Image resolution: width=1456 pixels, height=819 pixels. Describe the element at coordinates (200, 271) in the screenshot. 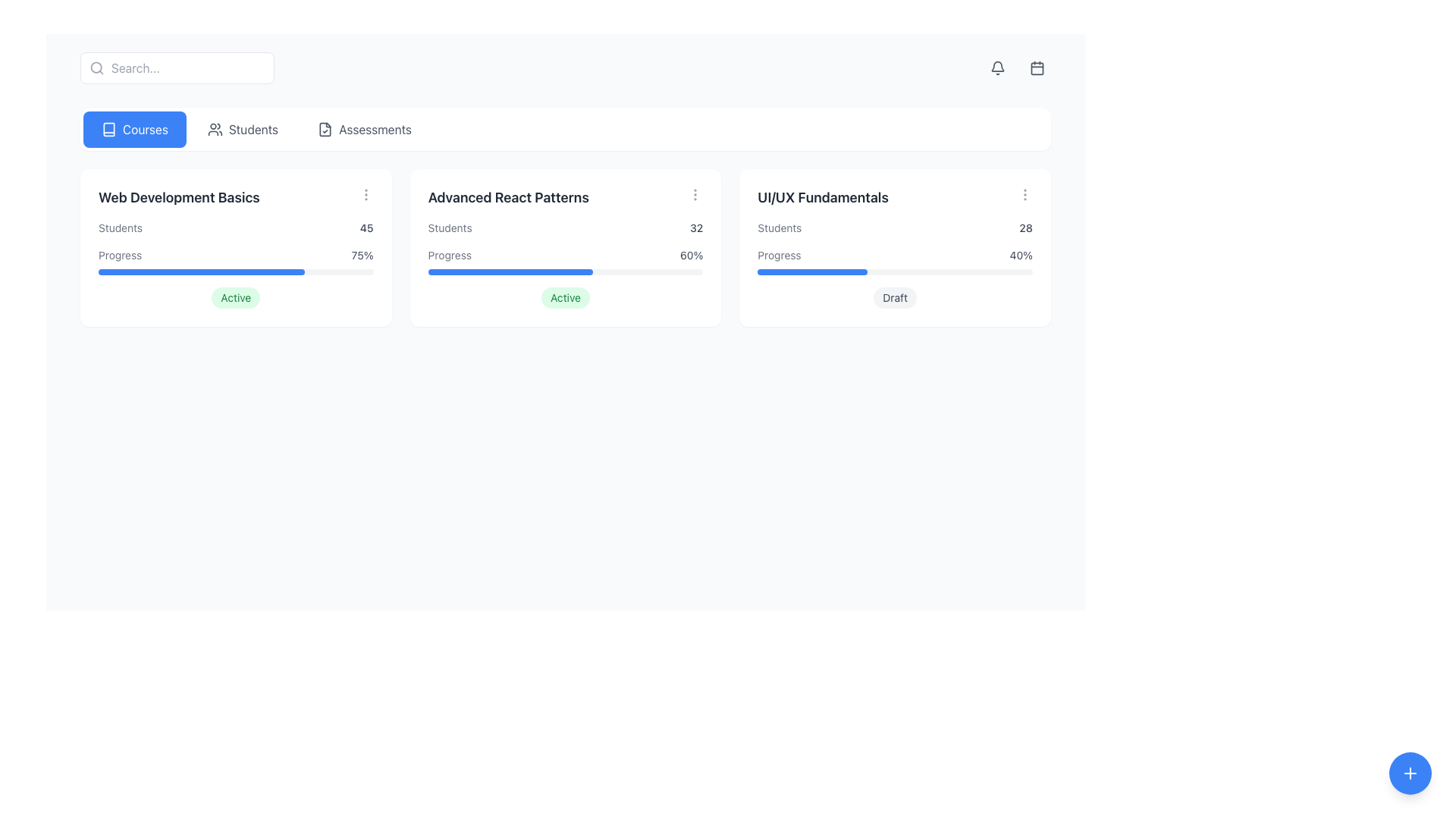

I see `the progress indicator bar that visually represents the 75% completion of the 'Web Development Basics' course, located beneath the 'Progress' label and above the 'Active' status badge` at that location.